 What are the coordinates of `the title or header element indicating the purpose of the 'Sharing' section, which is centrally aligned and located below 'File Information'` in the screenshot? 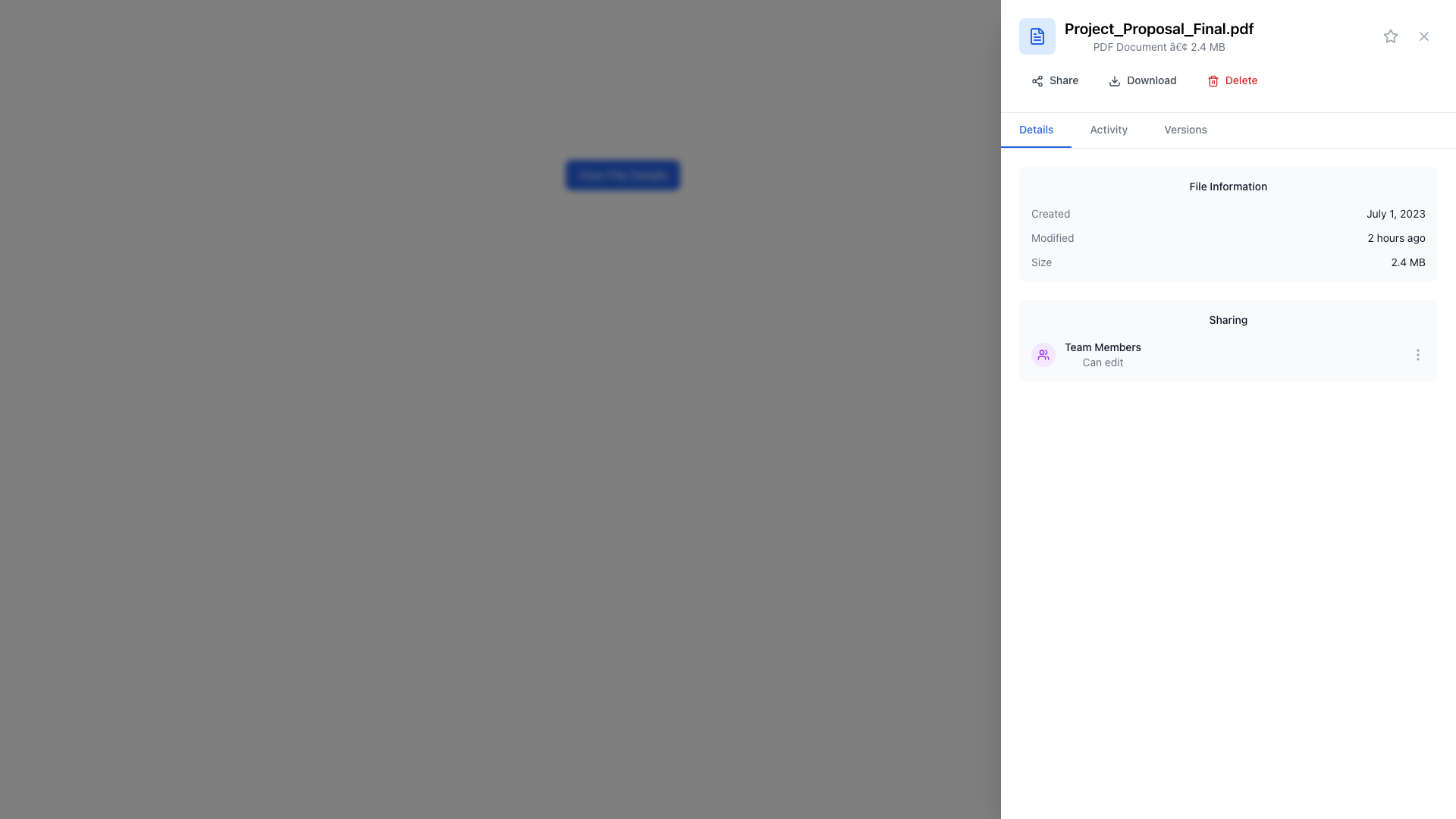 It's located at (1228, 318).